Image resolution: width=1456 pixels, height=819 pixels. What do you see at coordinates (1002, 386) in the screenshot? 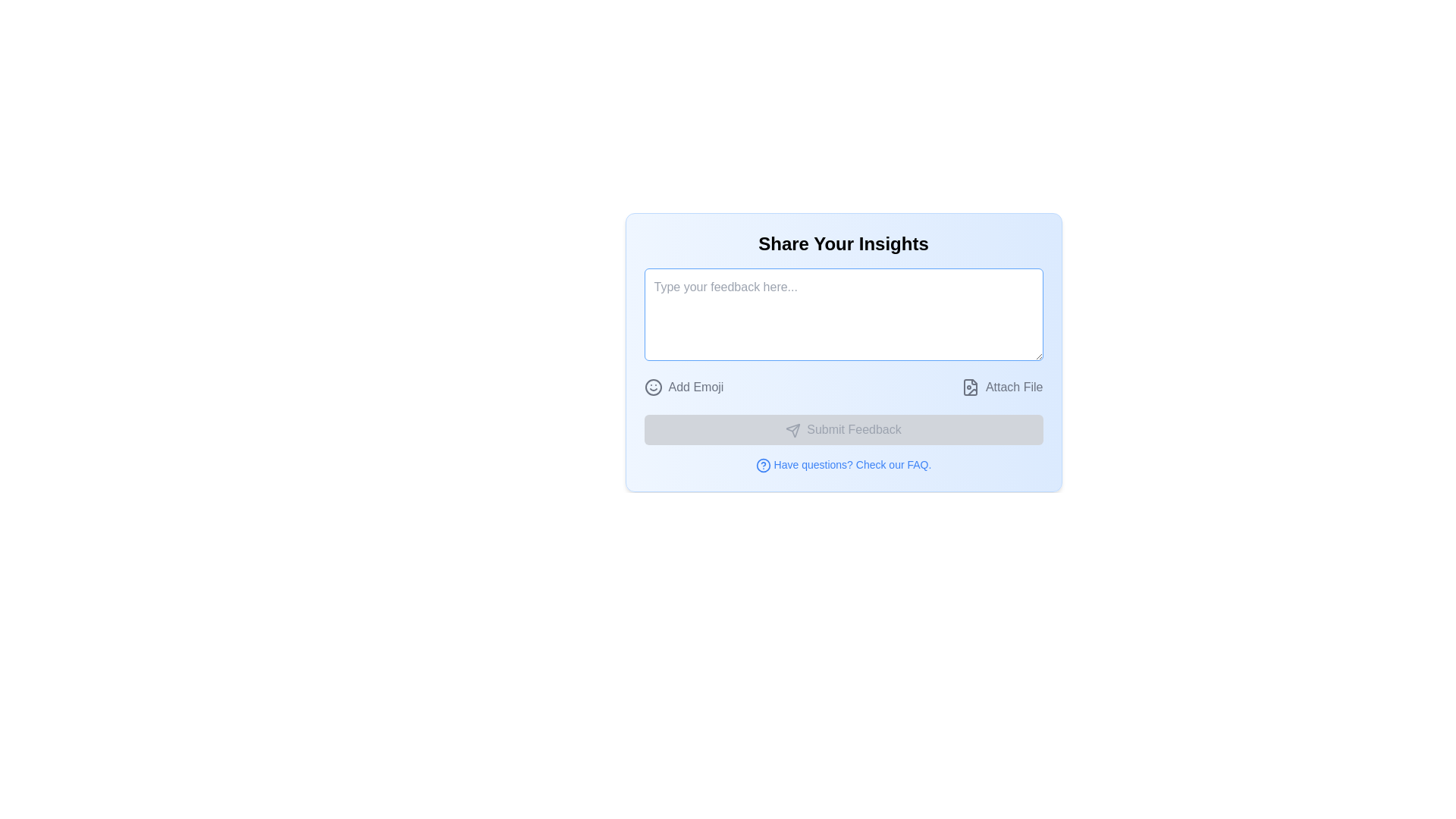
I see `the 'Attach File' button, which features a file icon and text styled in gray` at bounding box center [1002, 386].